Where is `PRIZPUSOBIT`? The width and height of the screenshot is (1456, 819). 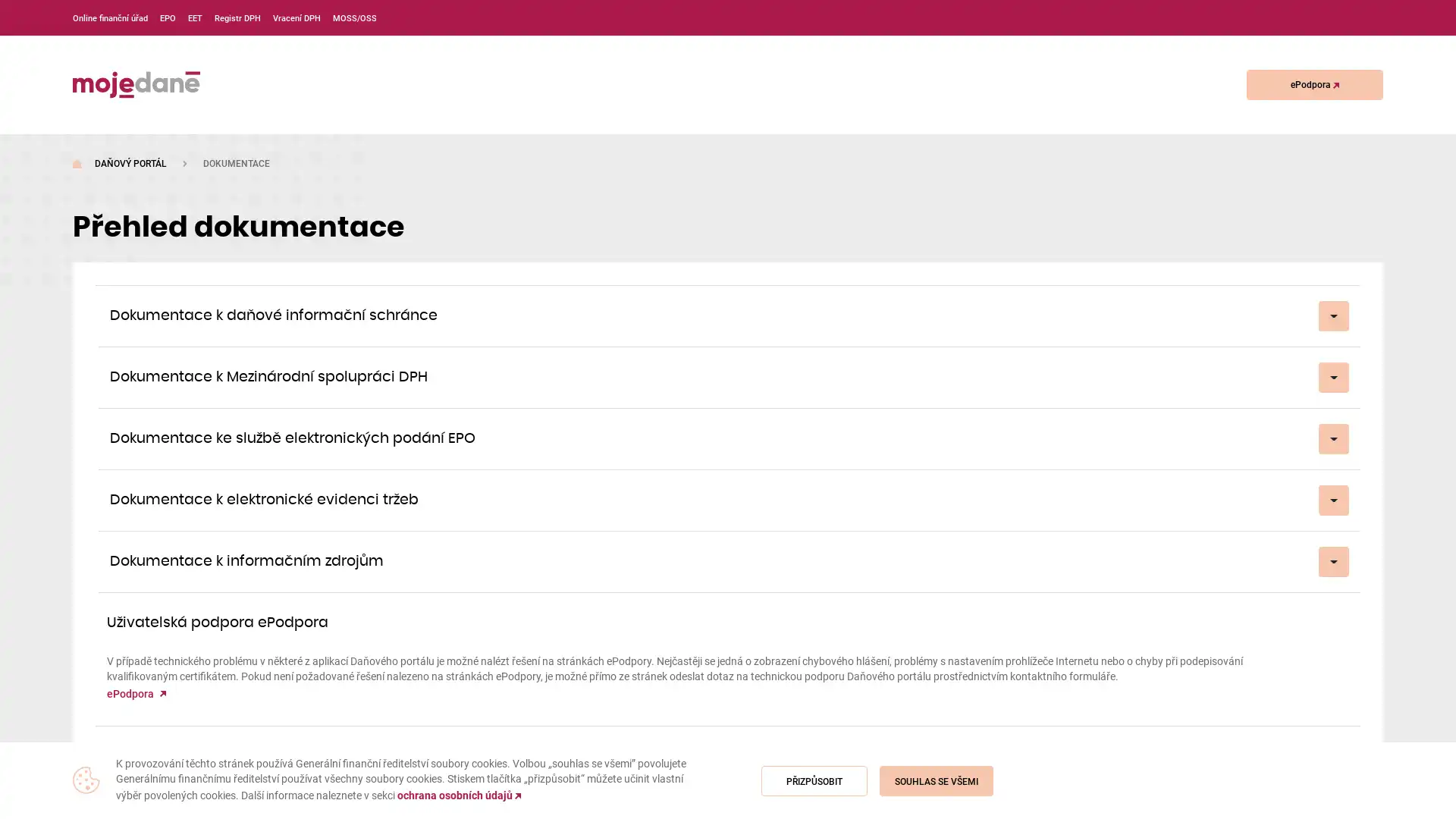
PRIZPUSOBIT is located at coordinates (814, 780).